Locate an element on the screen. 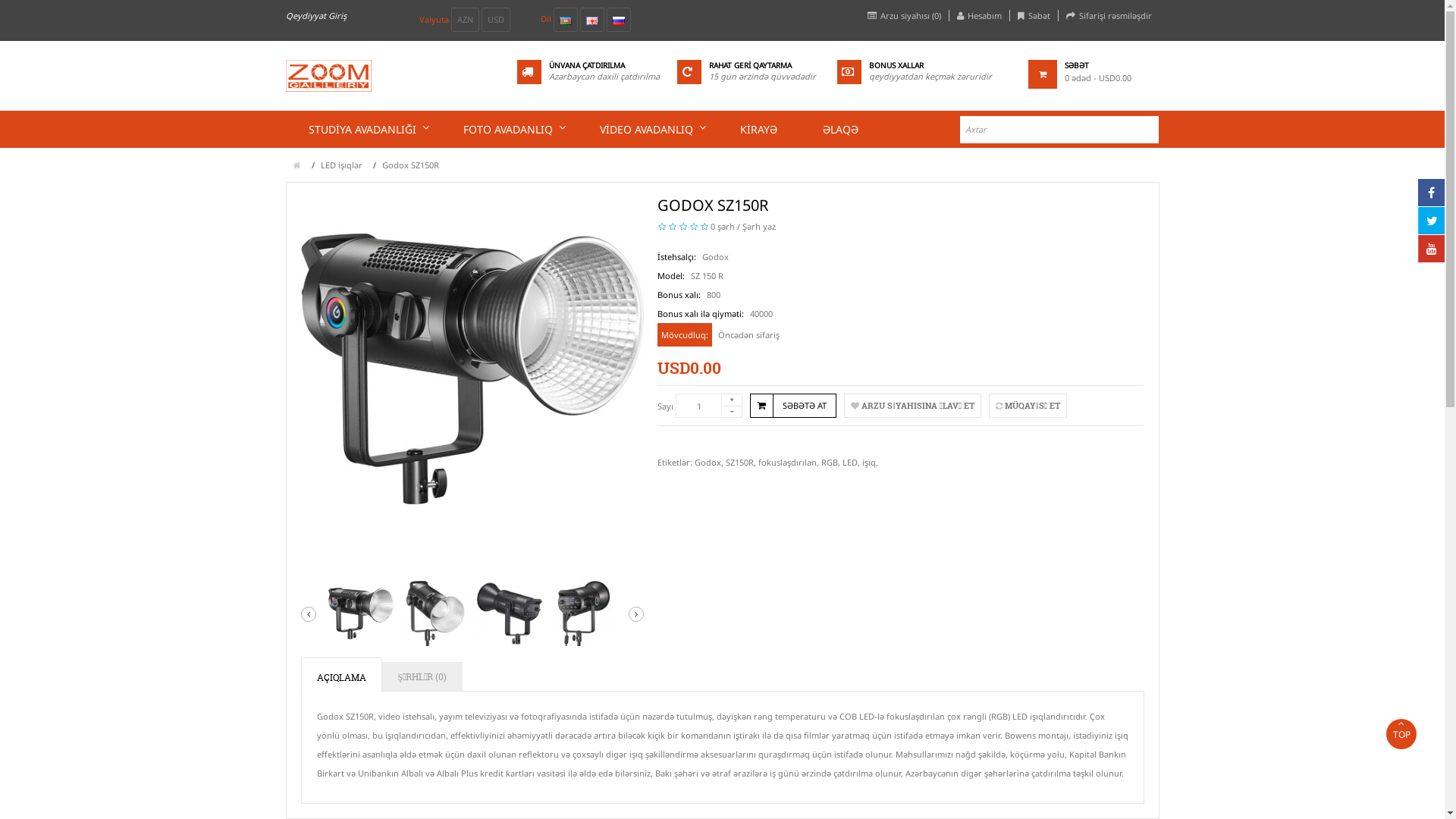 The image size is (1456, 819). 'Godox SZ150R' is located at coordinates (435, 613).